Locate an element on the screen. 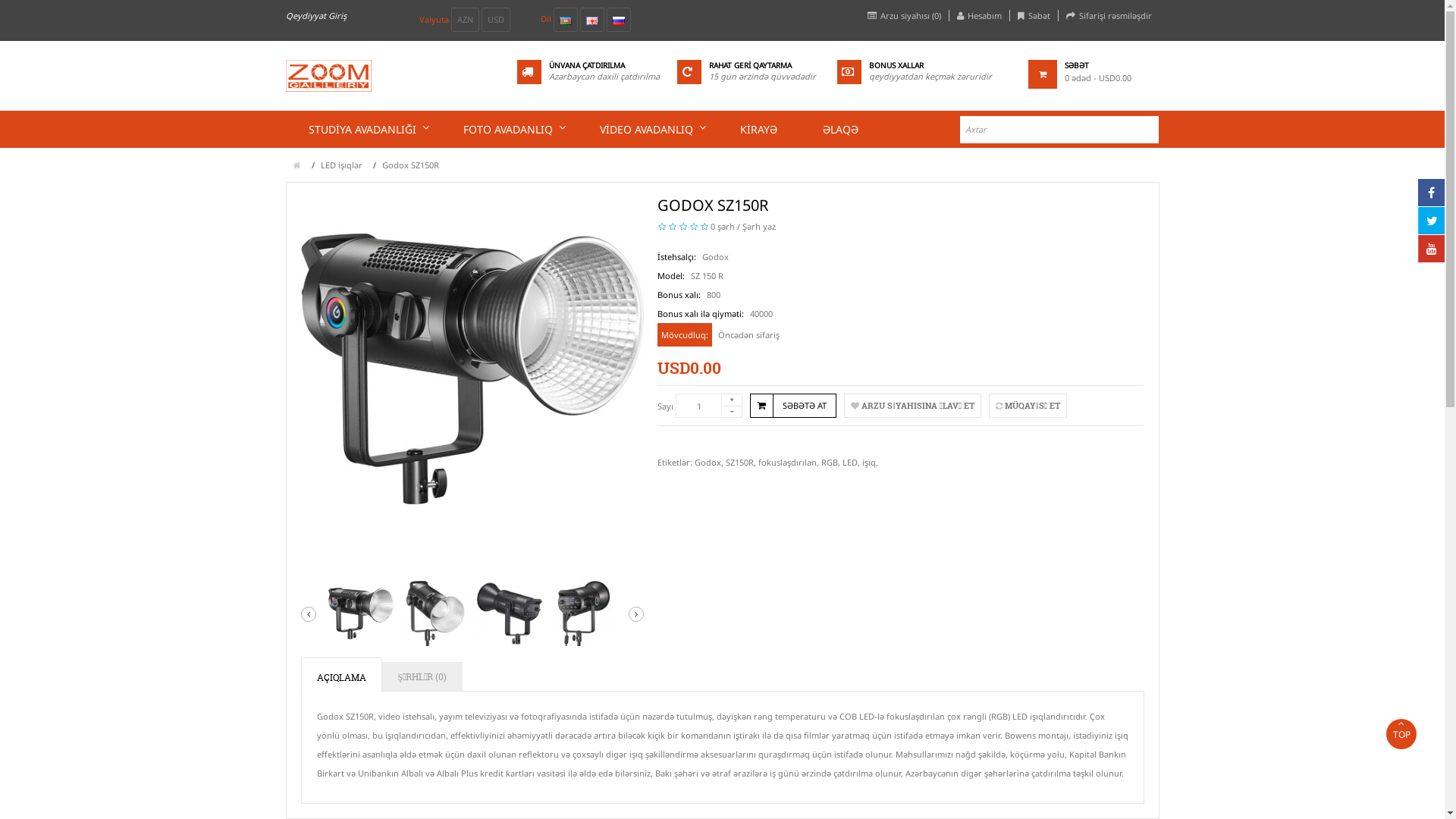 The image size is (1456, 819). 'Godox SZ150R' is located at coordinates (435, 613).